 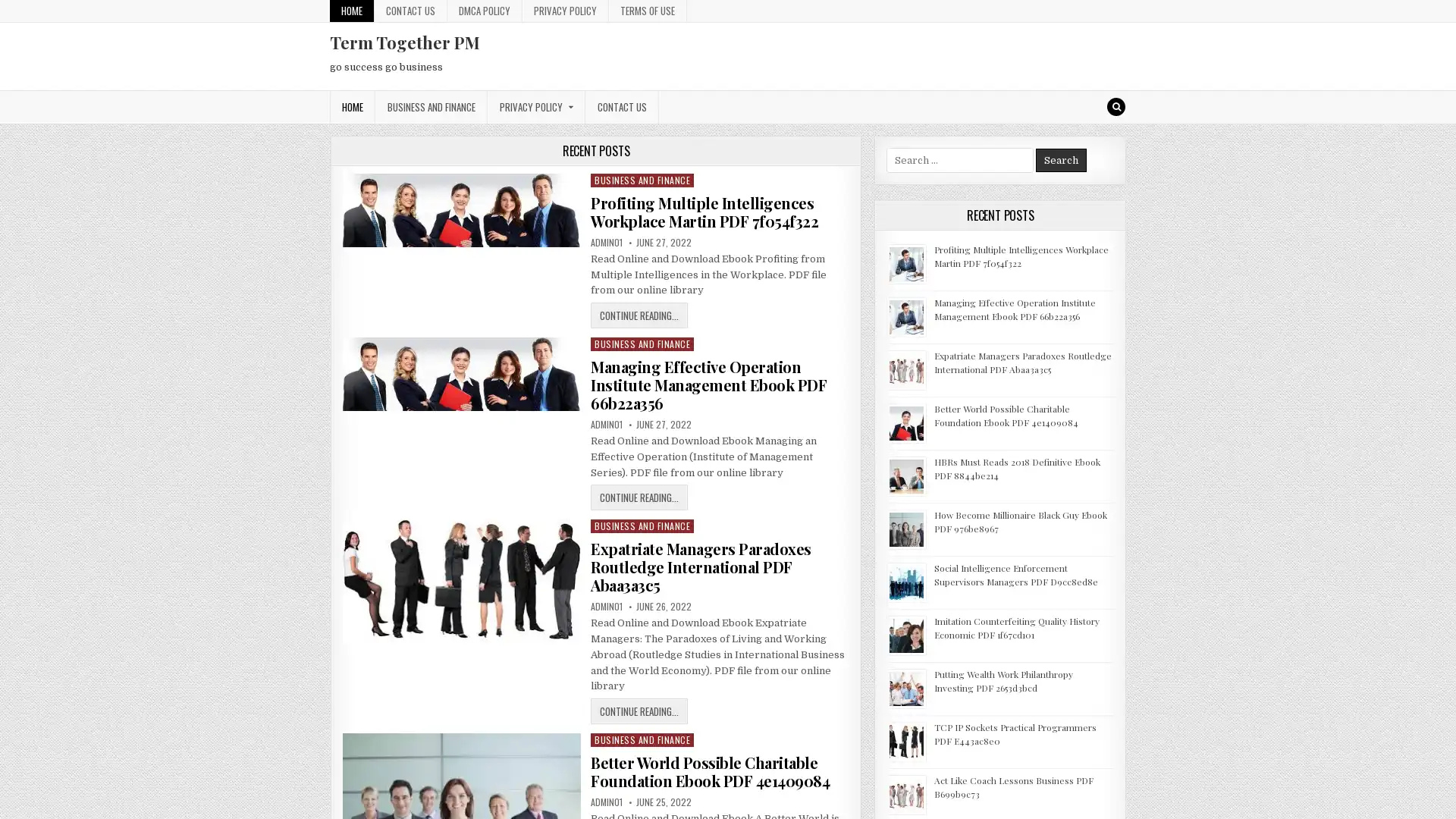 What do you see at coordinates (1060, 160) in the screenshot?
I see `Search` at bounding box center [1060, 160].